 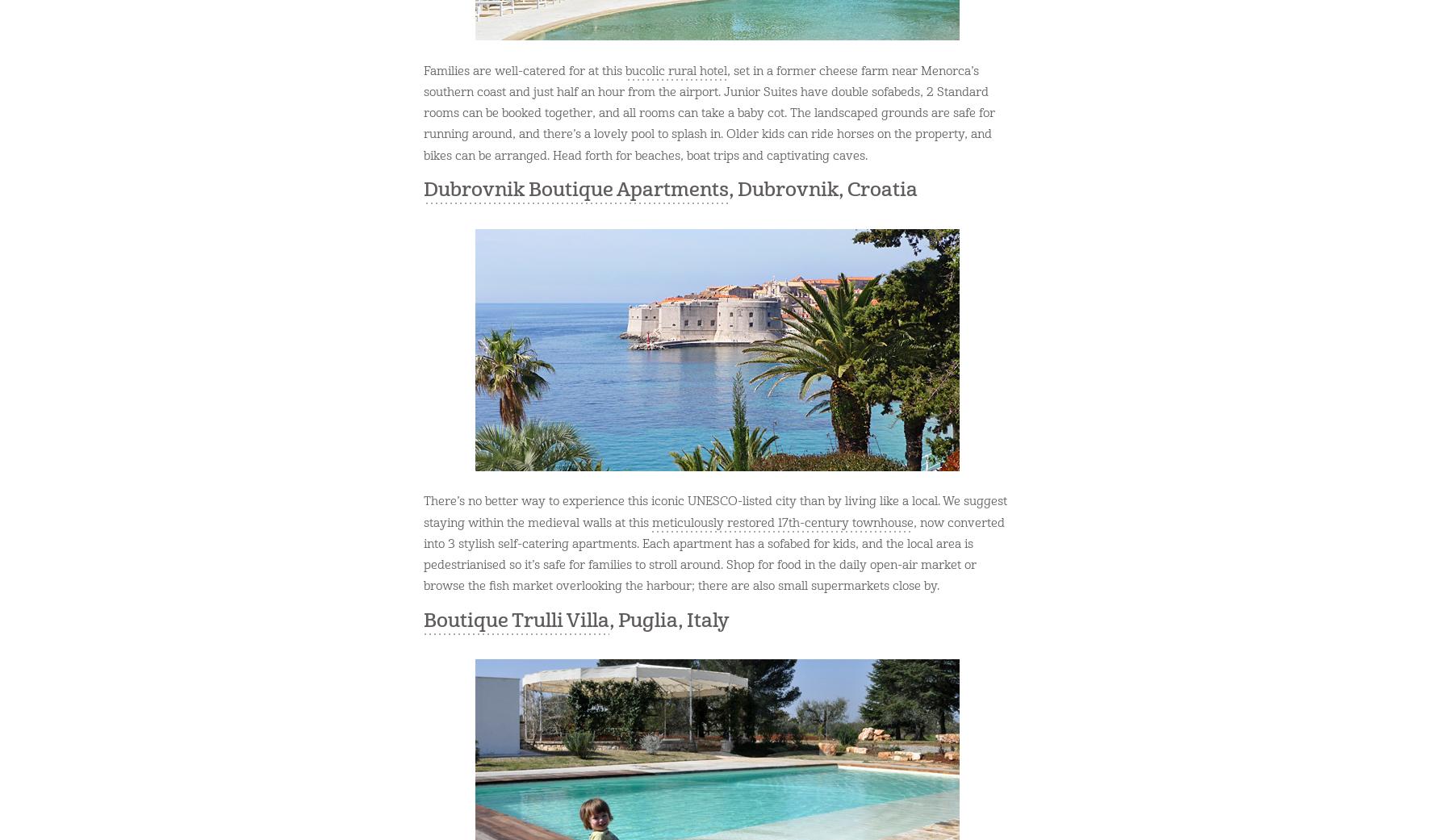 I want to click on 'Families are well-catered for at this', so click(x=525, y=69).